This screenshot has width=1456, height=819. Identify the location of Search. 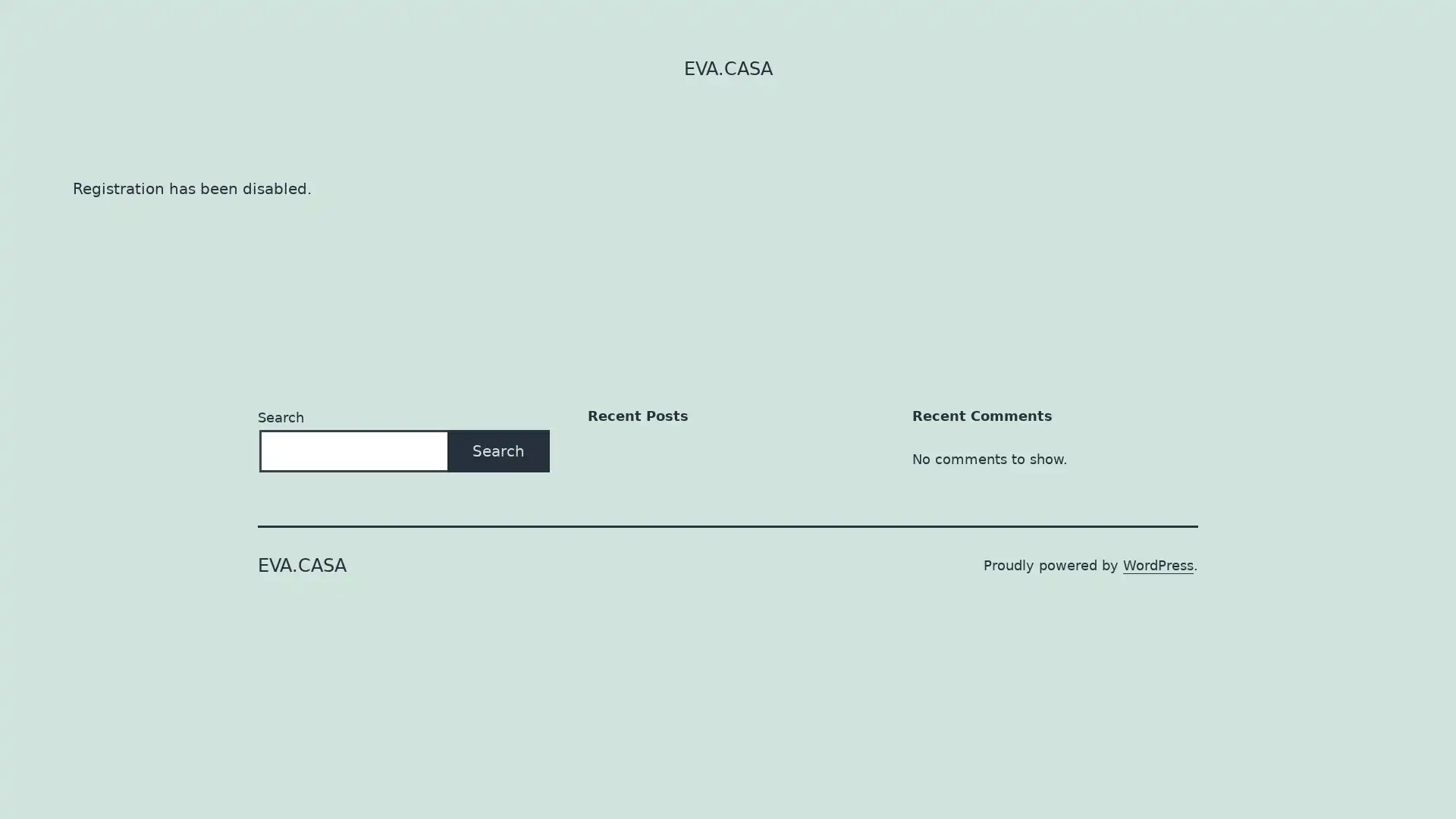
(498, 450).